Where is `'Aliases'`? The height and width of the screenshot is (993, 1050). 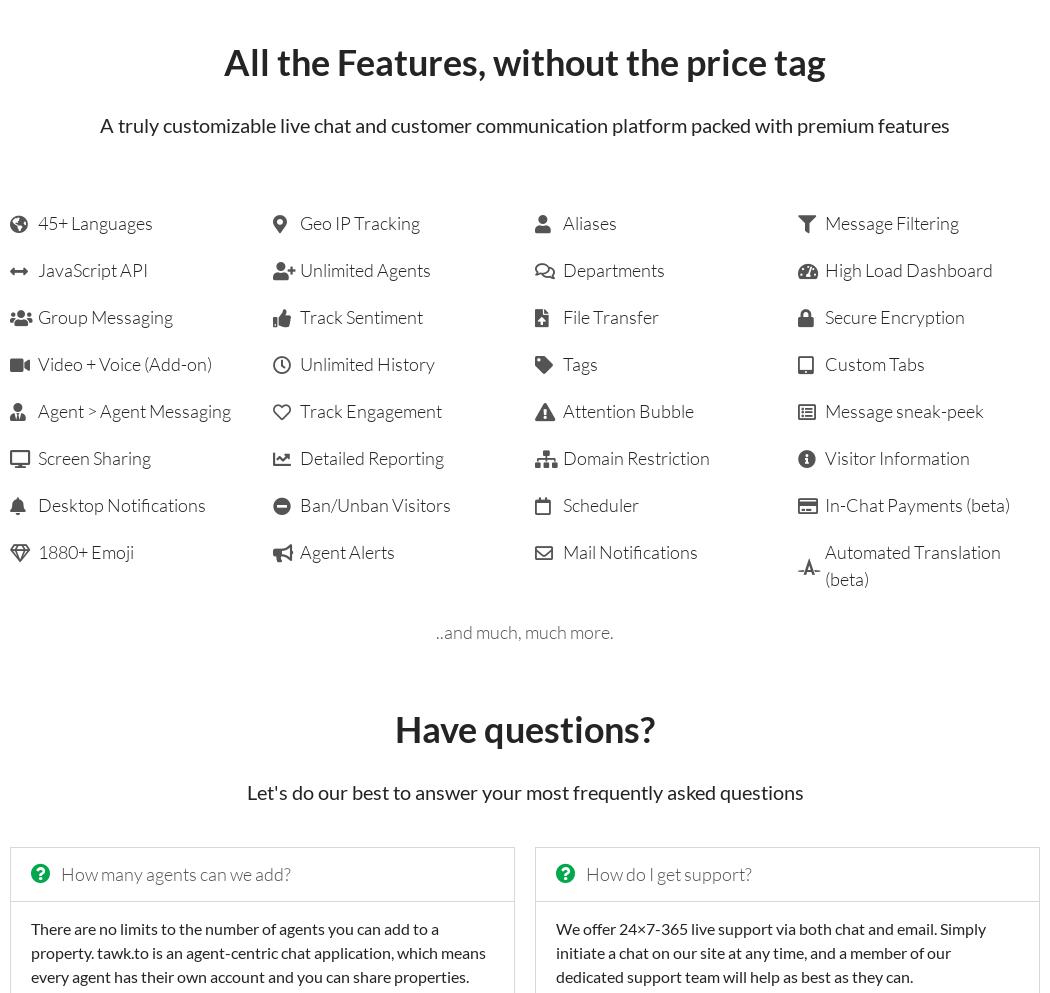
'Aliases' is located at coordinates (561, 223).